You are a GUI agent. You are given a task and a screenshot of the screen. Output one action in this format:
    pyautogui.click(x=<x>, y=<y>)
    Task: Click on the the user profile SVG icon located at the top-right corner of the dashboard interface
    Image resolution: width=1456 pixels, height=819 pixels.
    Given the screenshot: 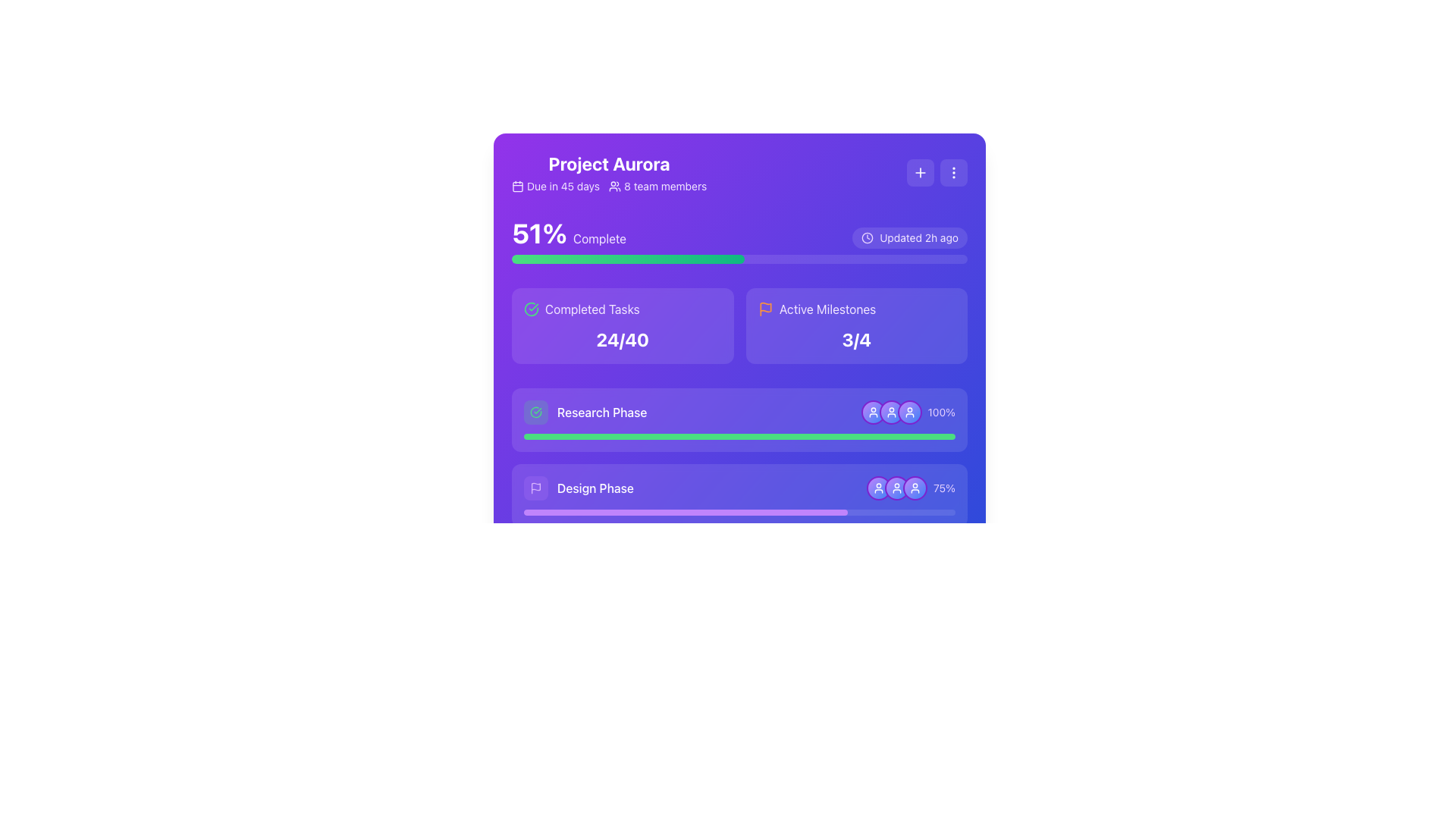 What is the action you would take?
    pyautogui.click(x=909, y=412)
    